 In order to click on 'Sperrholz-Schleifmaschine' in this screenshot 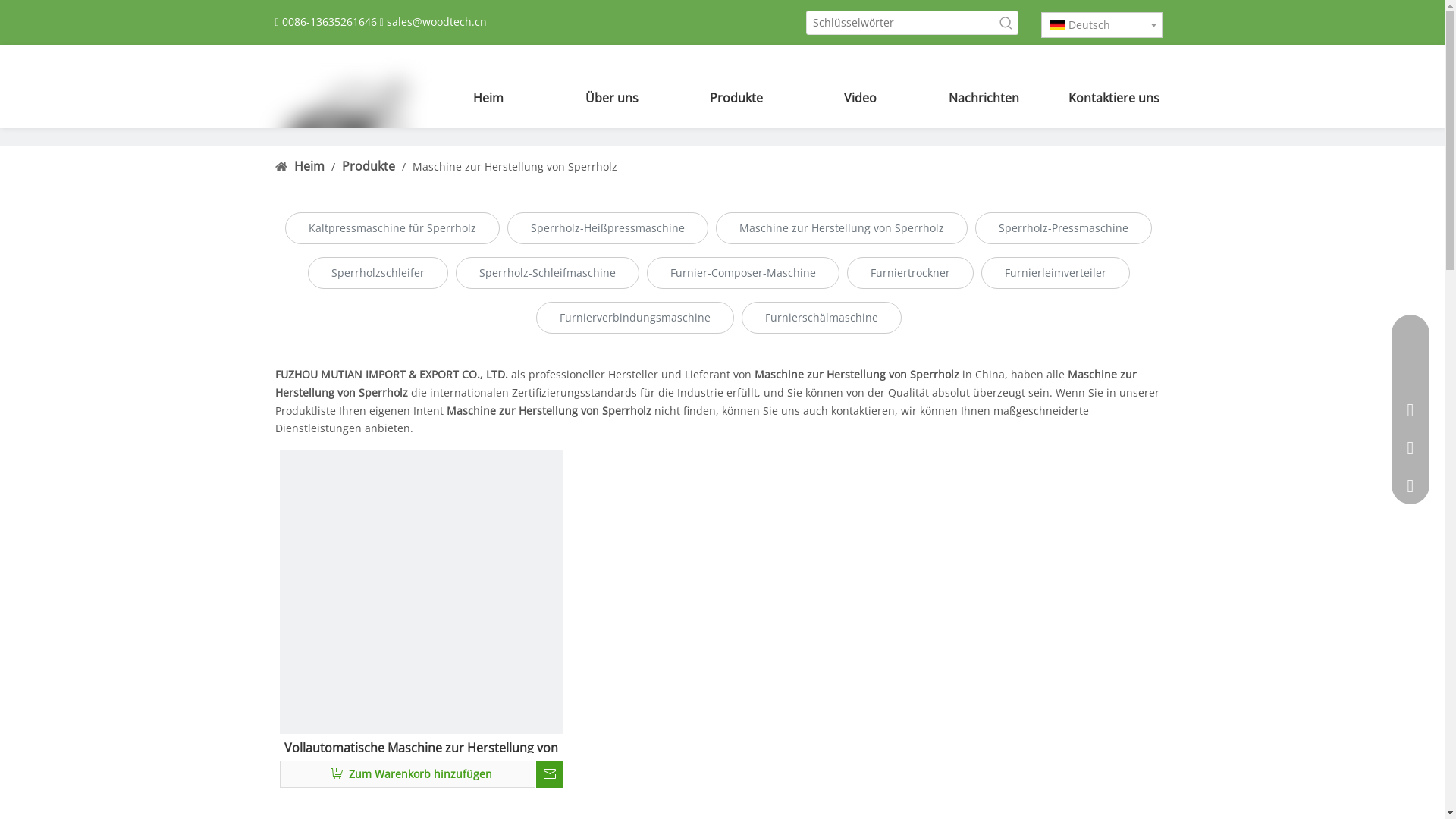, I will do `click(546, 271)`.